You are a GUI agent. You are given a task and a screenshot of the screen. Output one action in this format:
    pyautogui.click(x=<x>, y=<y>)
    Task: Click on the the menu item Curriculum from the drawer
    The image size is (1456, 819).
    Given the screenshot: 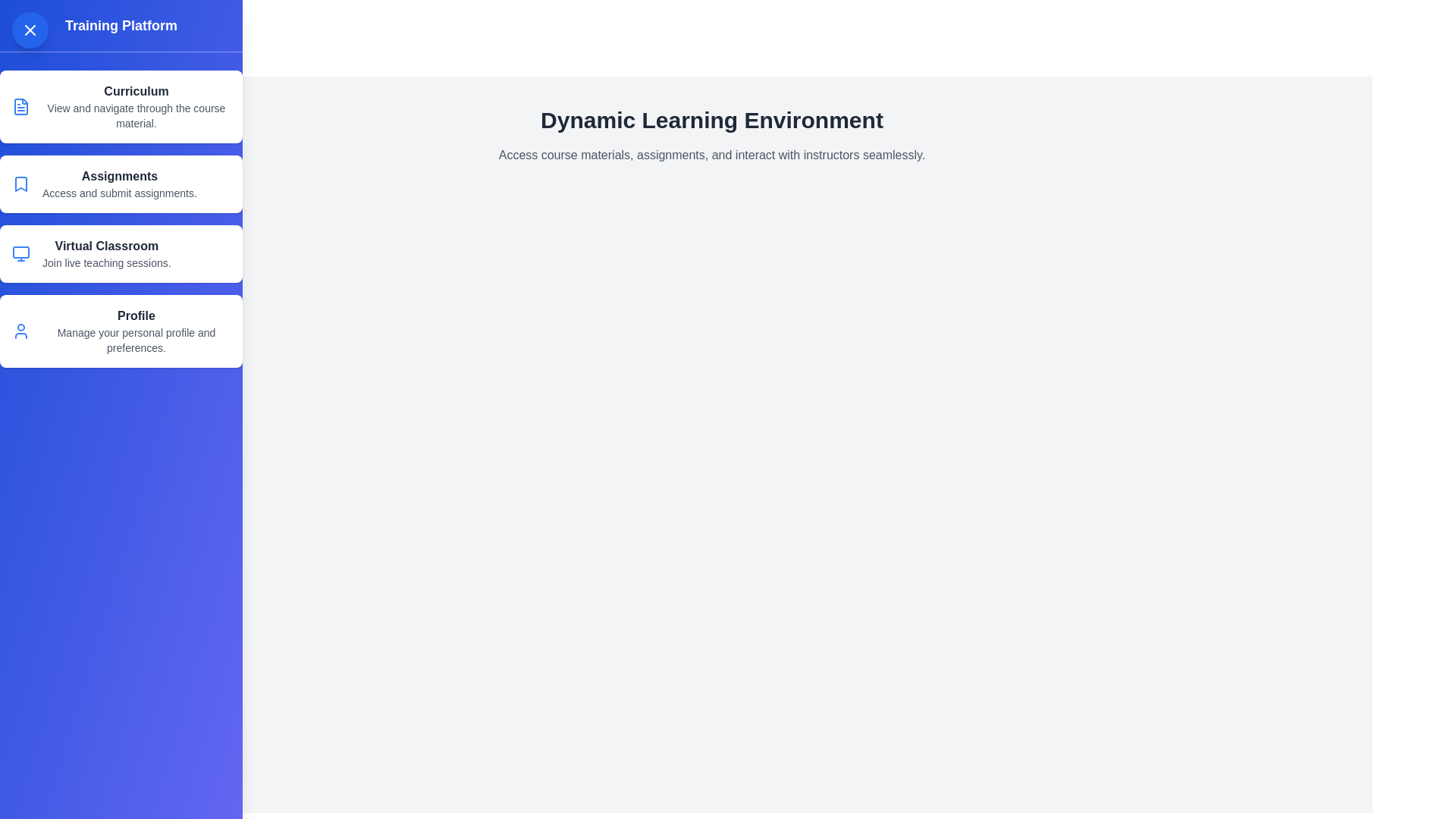 What is the action you would take?
    pyautogui.click(x=120, y=106)
    